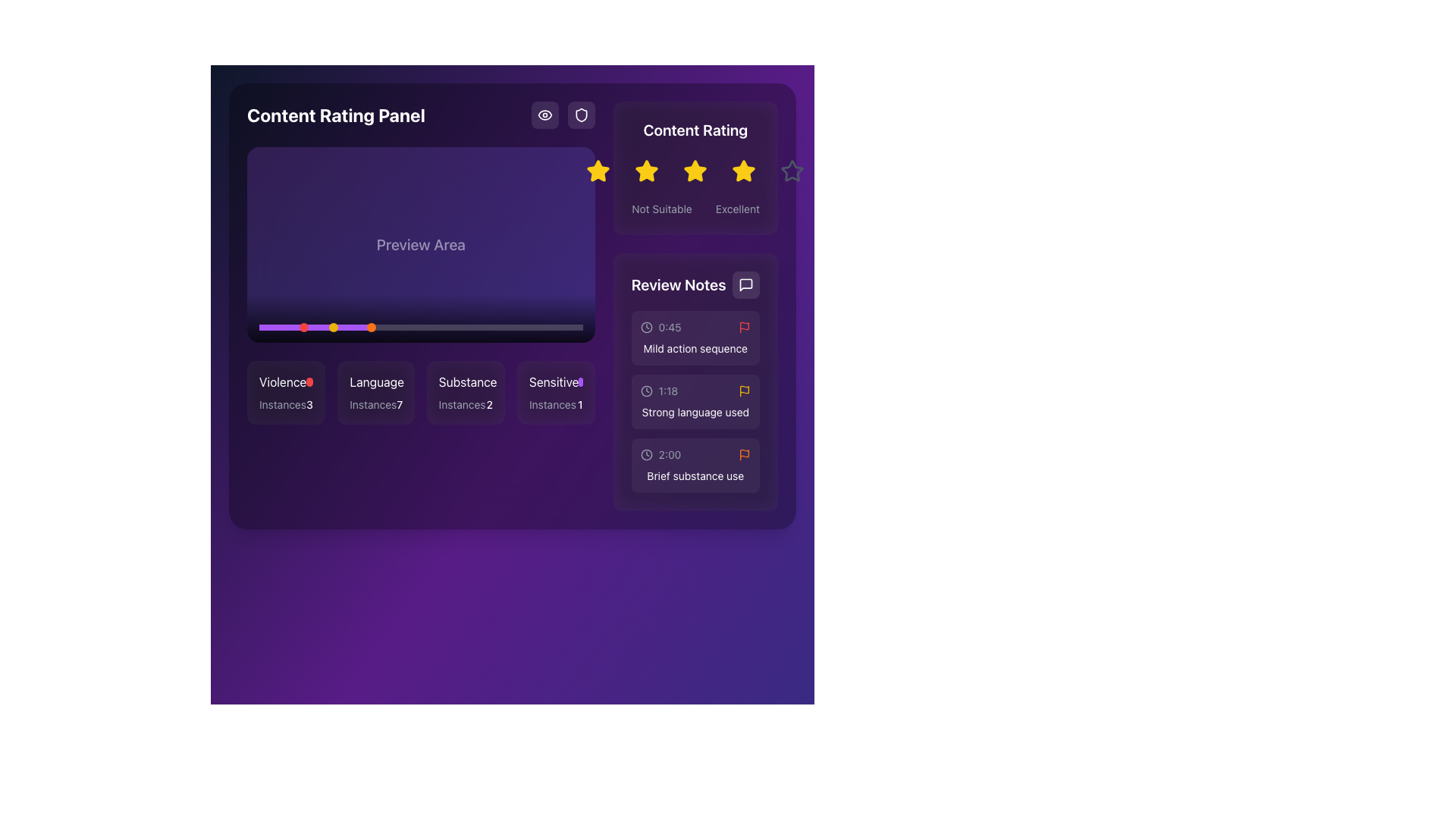  Describe the element at coordinates (465, 381) in the screenshot. I see `the text label displaying 'substance', which is styled with white text on a dark purple background and is located at the bottom center of the interface as the third item in the group` at that location.